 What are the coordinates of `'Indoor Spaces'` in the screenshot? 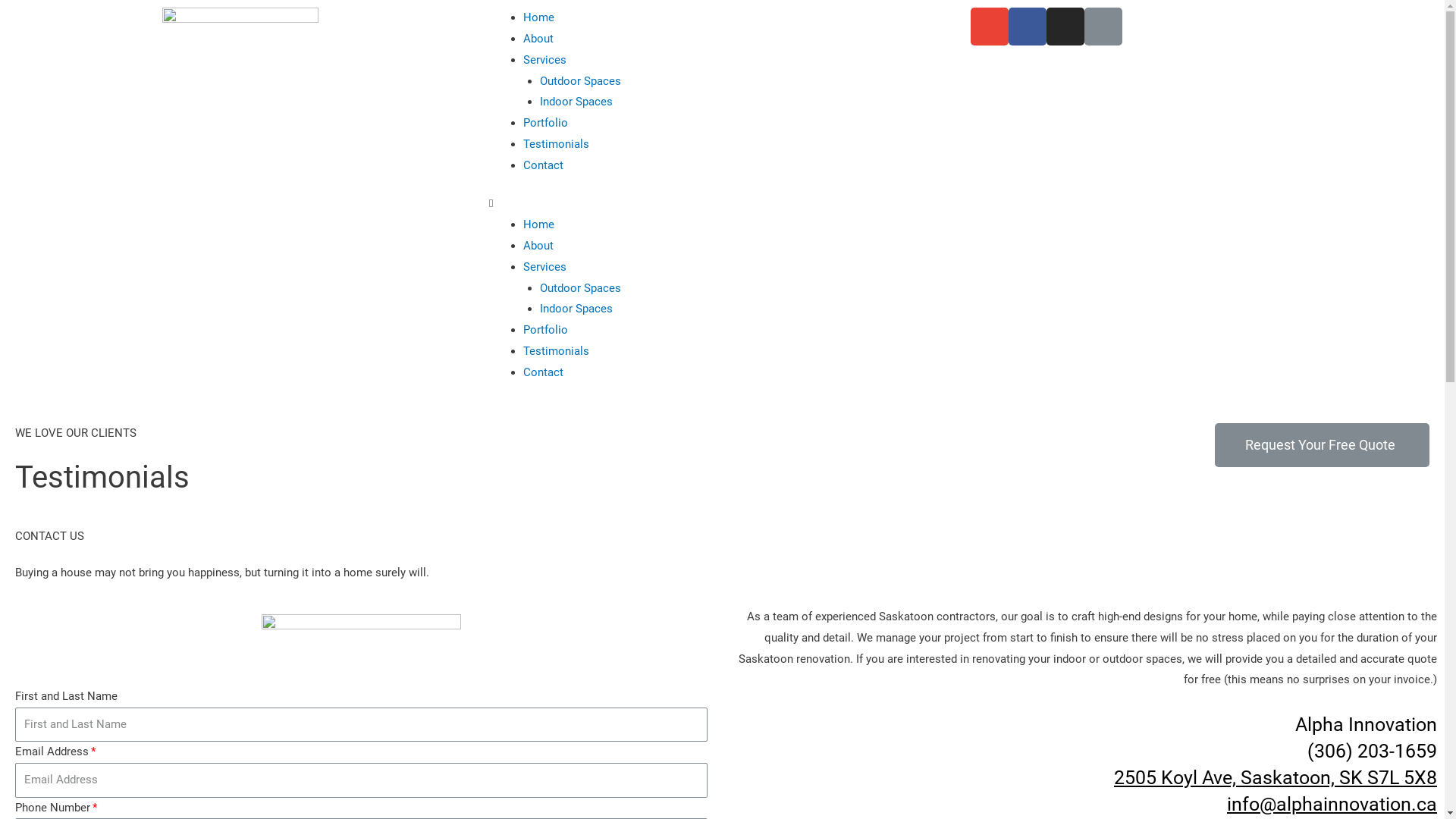 It's located at (575, 102).